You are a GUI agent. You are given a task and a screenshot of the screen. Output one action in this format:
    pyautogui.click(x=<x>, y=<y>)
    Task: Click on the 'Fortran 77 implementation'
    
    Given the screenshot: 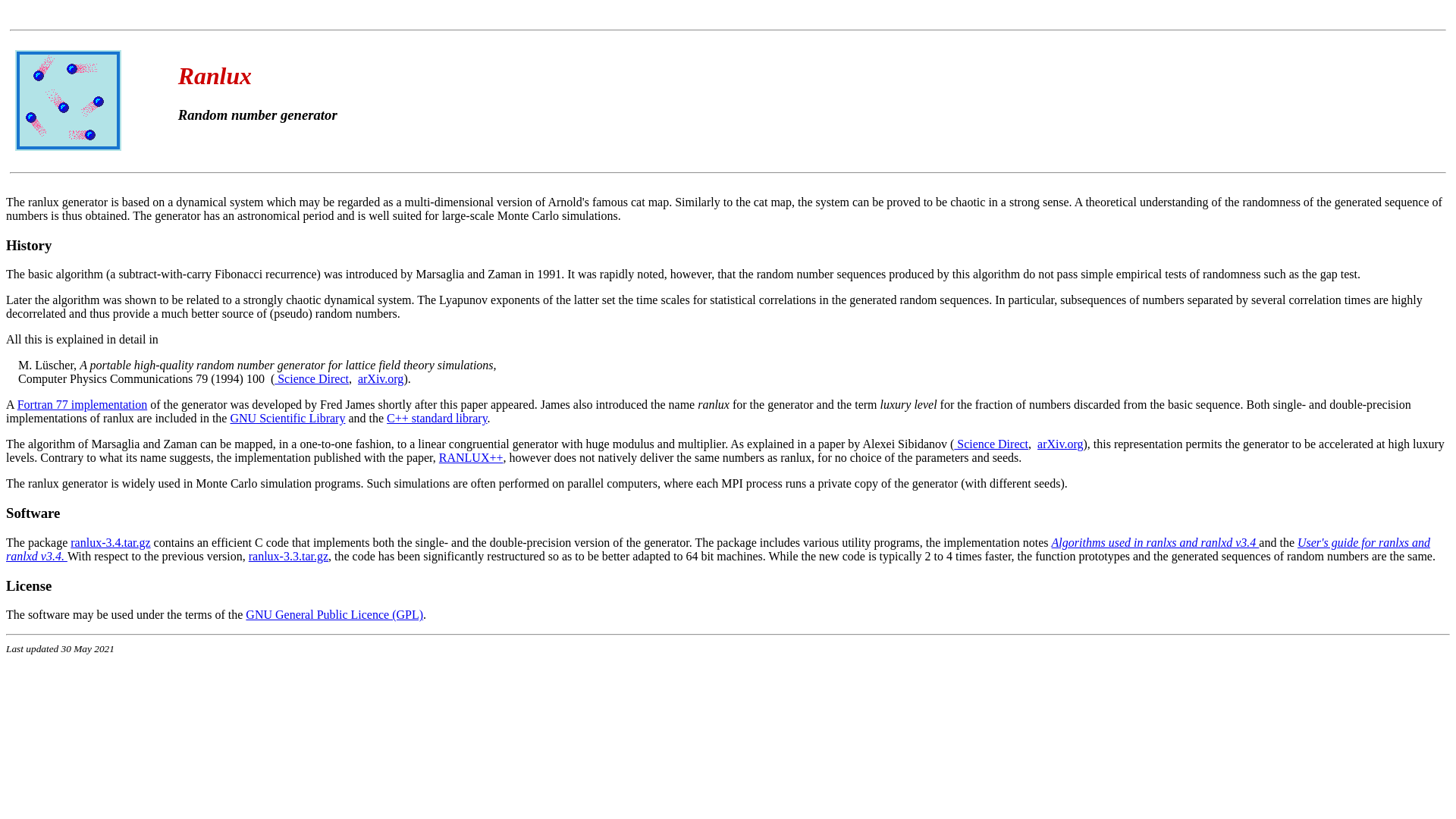 What is the action you would take?
    pyautogui.click(x=82, y=403)
    